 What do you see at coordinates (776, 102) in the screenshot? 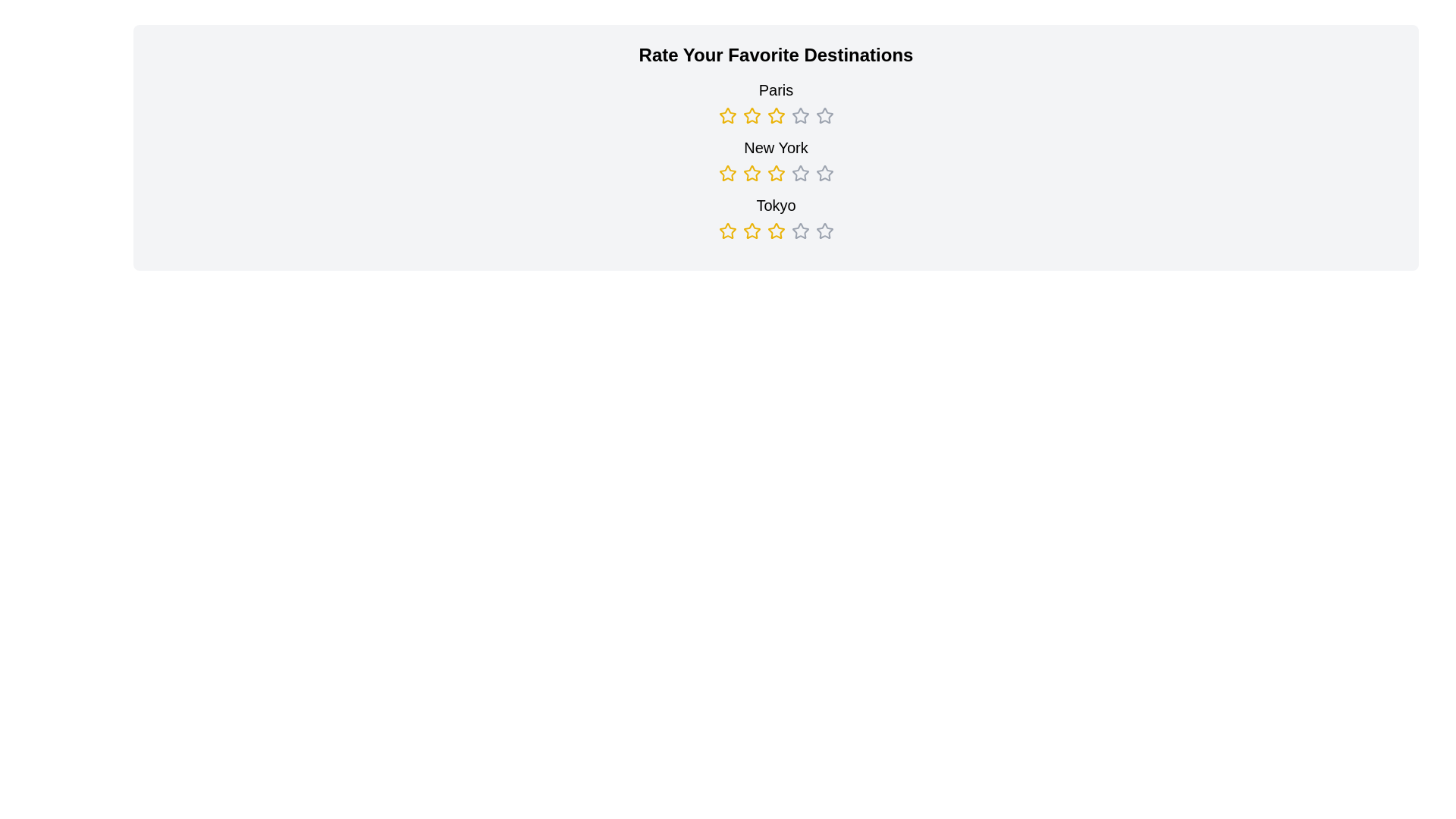
I see `the text label displaying 'Paris', which is a medium-large, bold font centered above the star rating icons for 'Paris'` at bounding box center [776, 102].